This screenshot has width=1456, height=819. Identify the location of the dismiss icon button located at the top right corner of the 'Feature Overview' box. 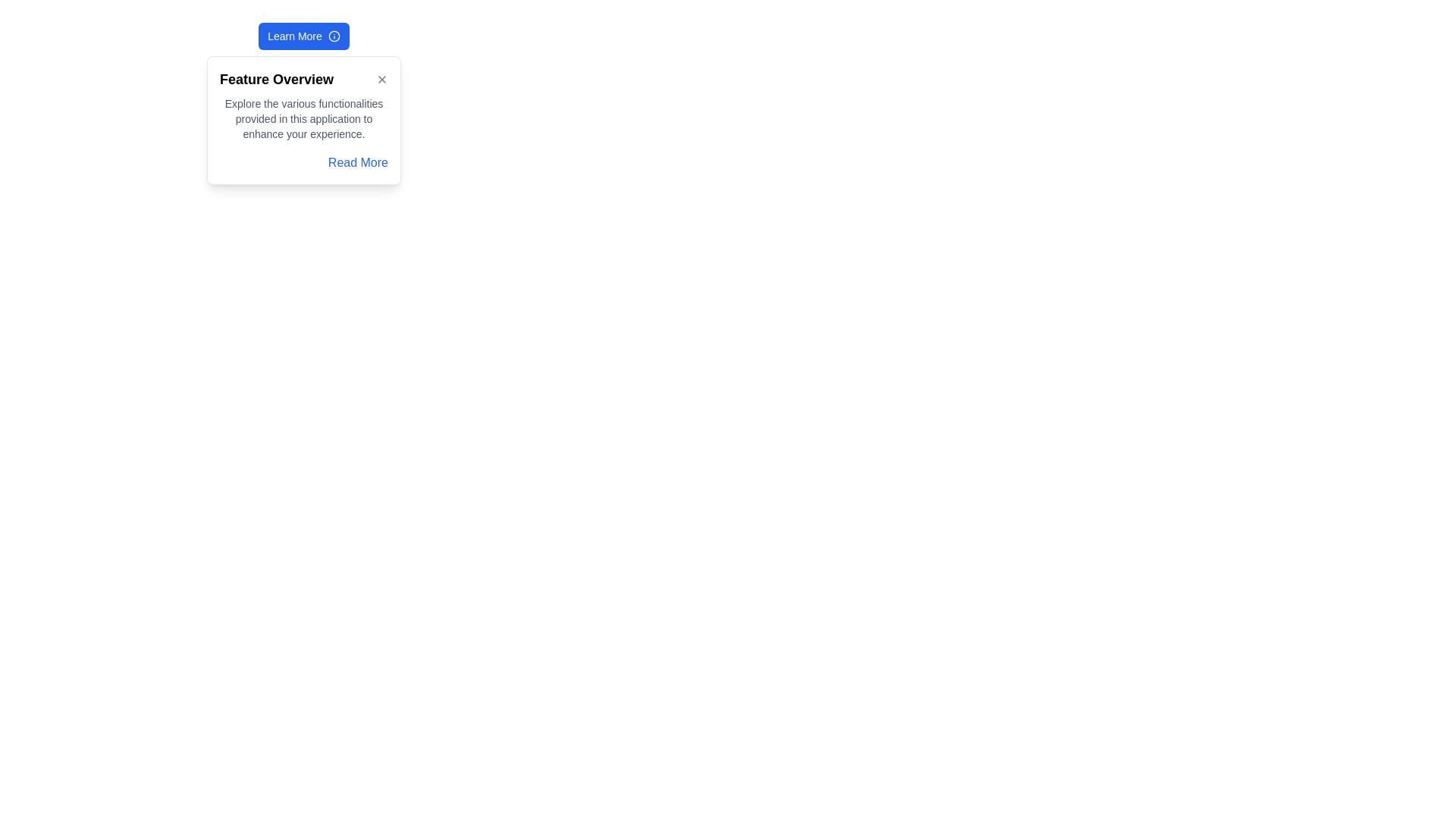
(382, 79).